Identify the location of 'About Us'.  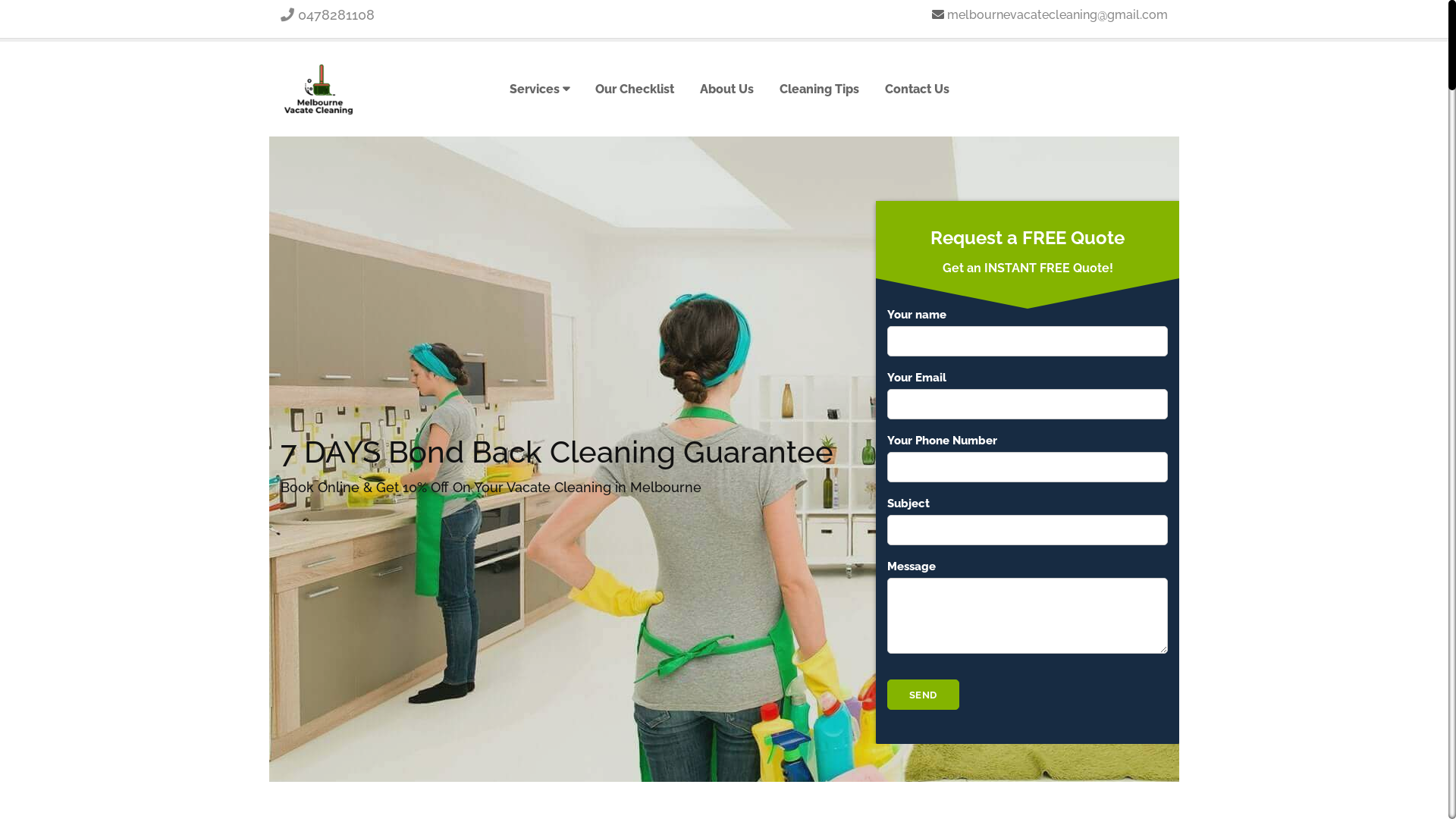
(726, 89).